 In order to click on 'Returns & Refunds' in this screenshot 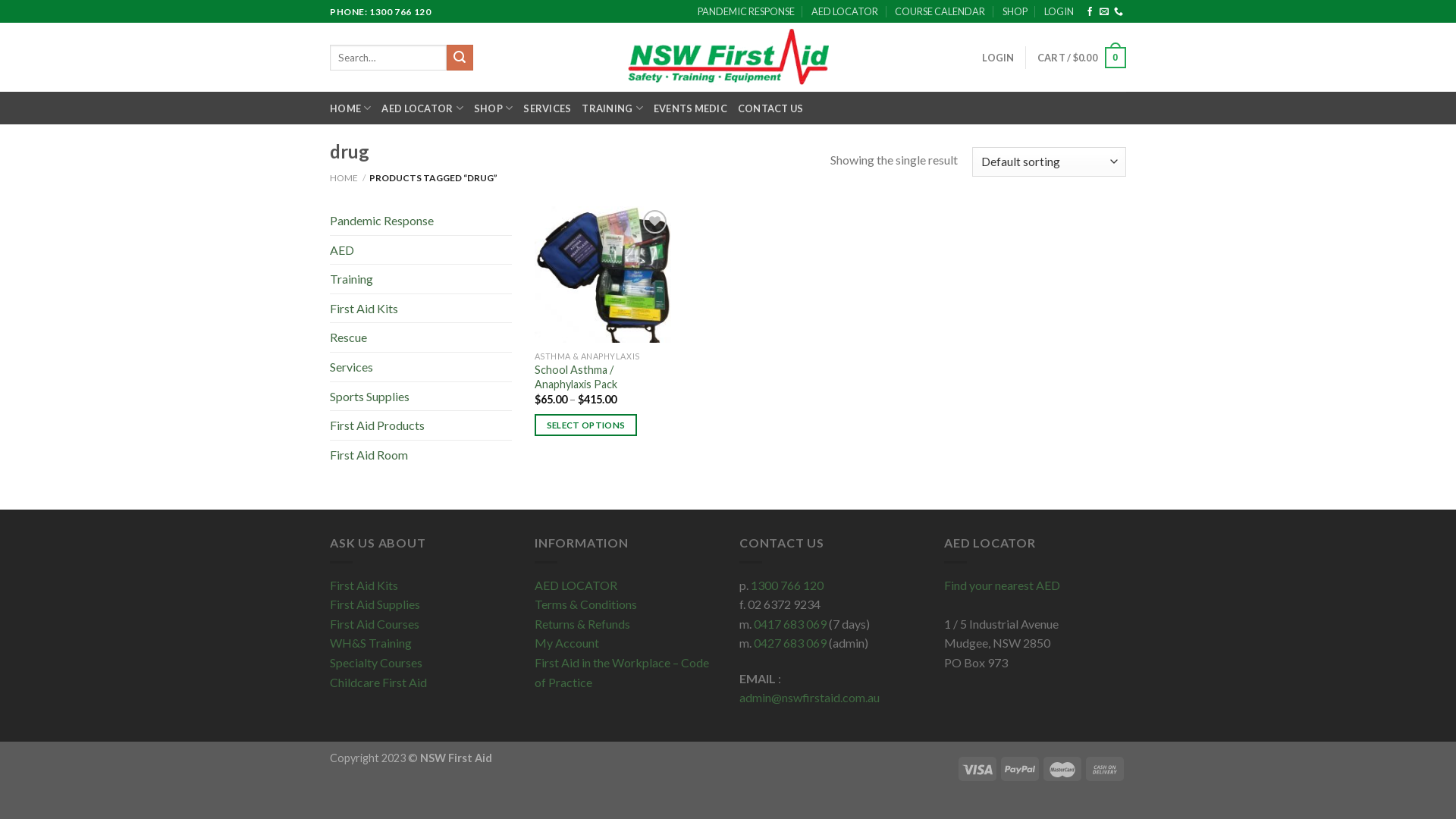, I will do `click(582, 623)`.